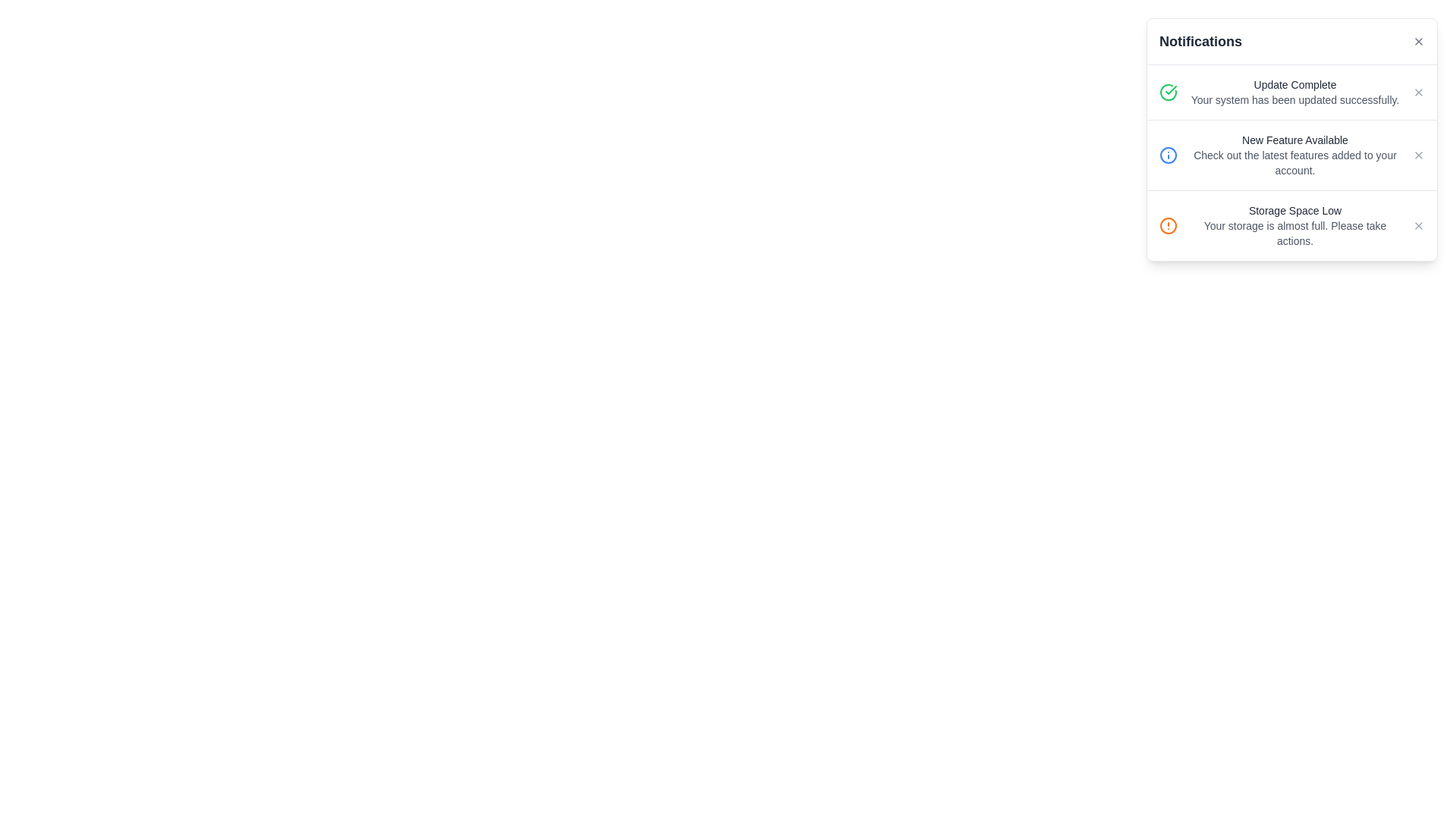  I want to click on the small gray 'X' icon button located in the top-right corner of the 'Notifications' header section to change its color to red, so click(1418, 40).